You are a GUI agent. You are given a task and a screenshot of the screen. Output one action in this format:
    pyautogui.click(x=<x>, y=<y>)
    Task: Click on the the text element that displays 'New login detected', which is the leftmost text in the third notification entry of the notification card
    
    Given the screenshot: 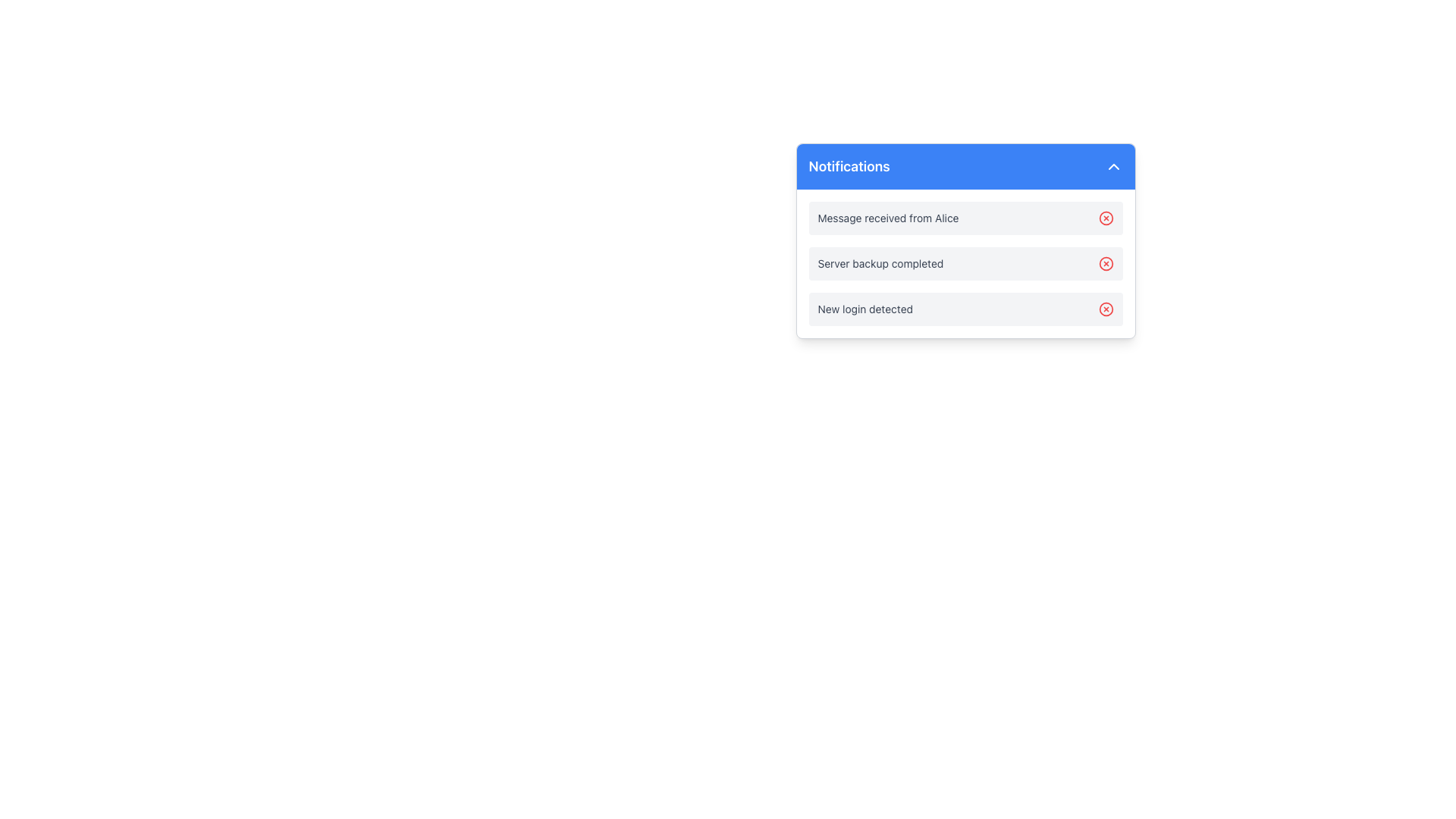 What is the action you would take?
    pyautogui.click(x=865, y=309)
    